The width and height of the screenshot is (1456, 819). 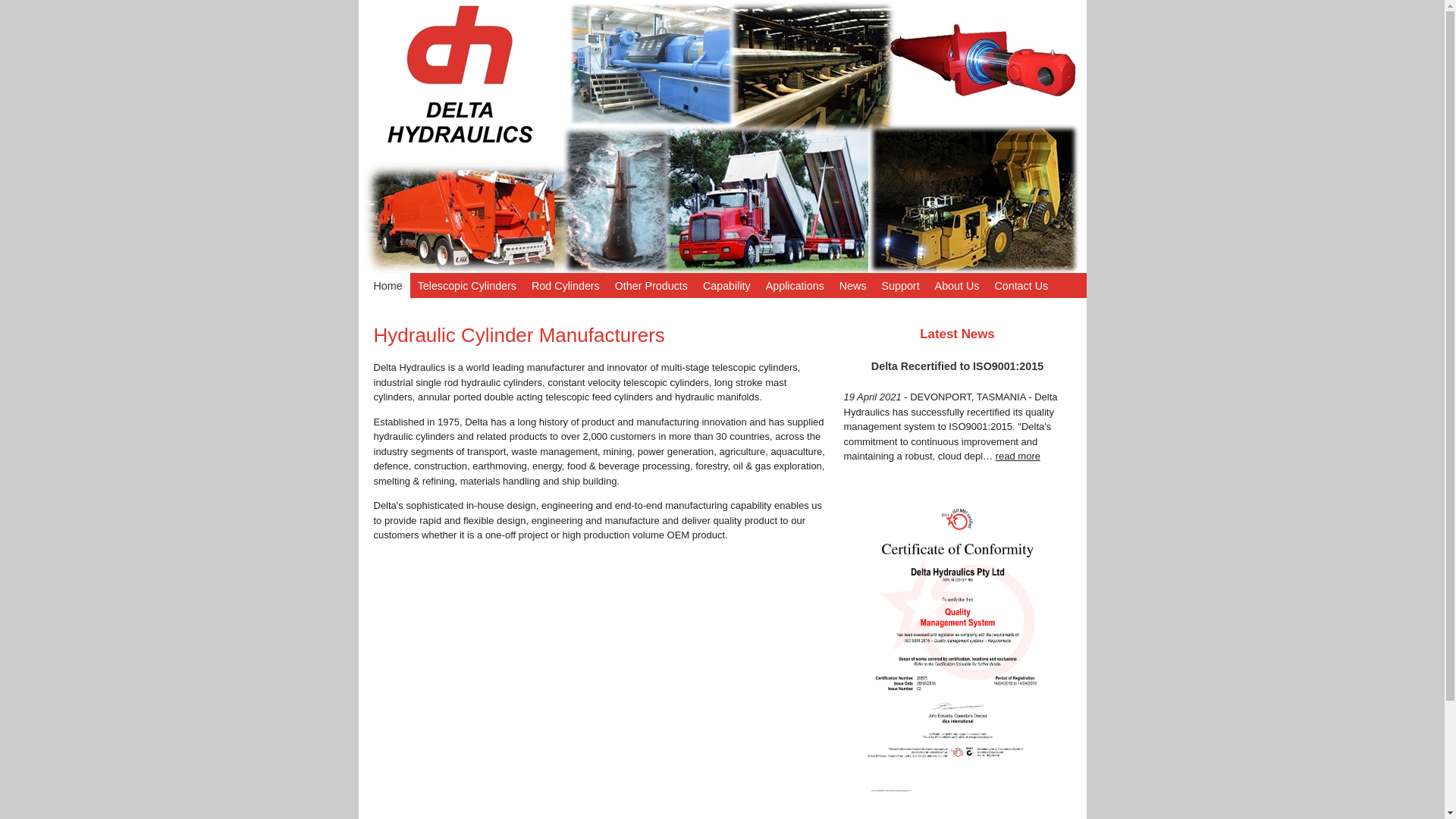 I want to click on 'read more', so click(x=996, y=455).